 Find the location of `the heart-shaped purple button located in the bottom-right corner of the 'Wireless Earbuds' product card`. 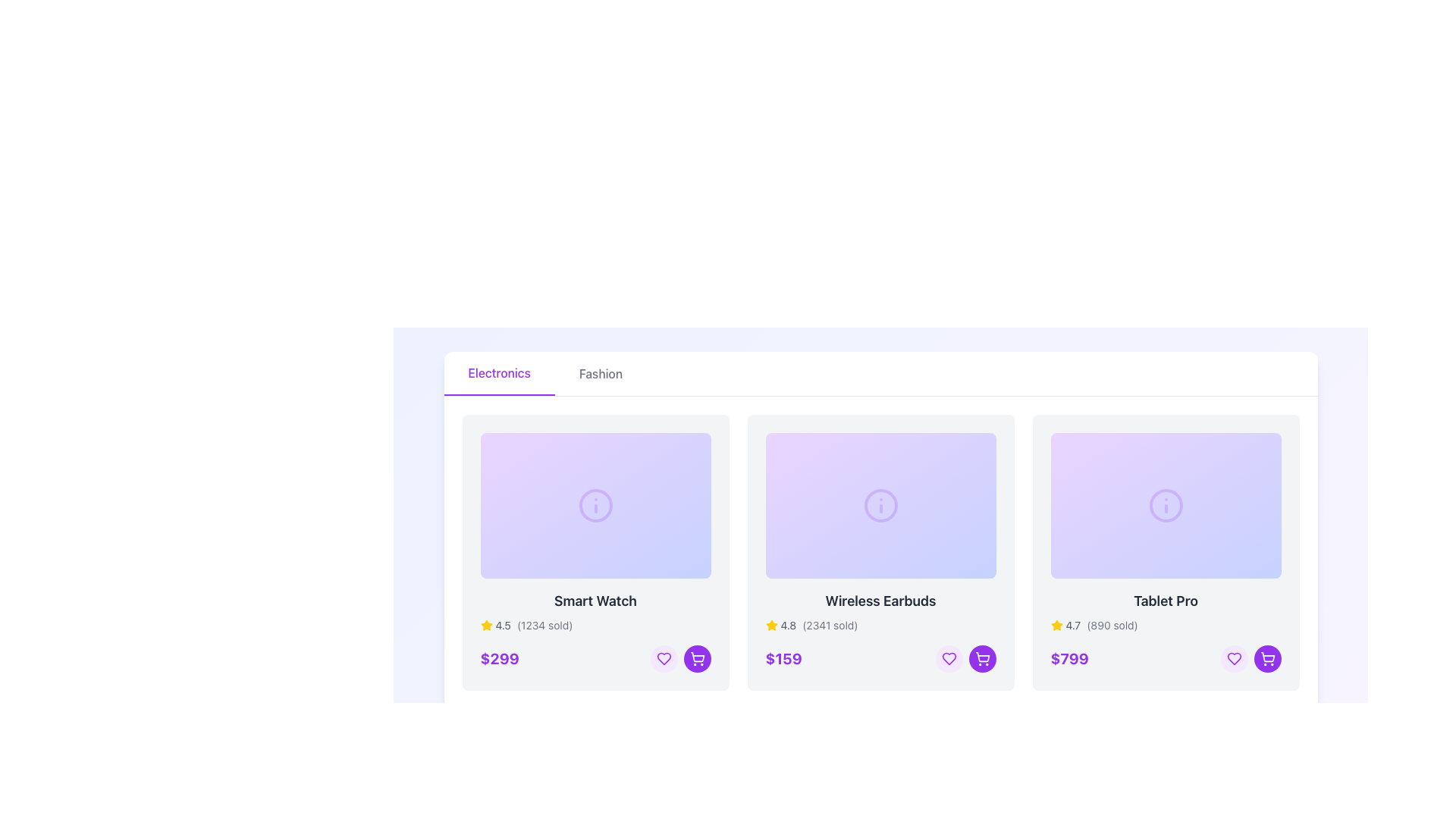

the heart-shaped purple button located in the bottom-right corner of the 'Wireless Earbuds' product card is located at coordinates (948, 657).